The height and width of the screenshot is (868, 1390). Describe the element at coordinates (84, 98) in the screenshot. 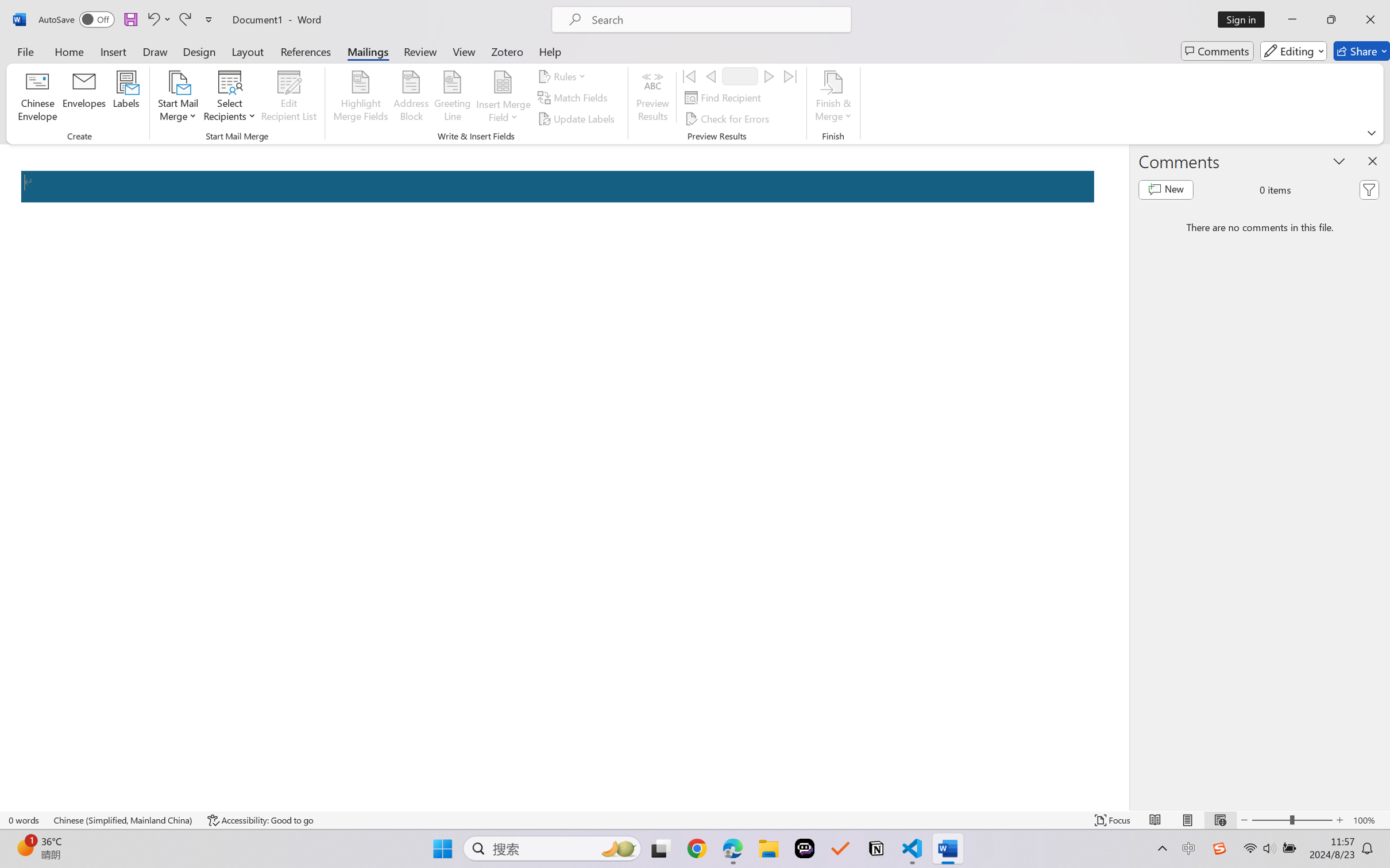

I see `'Envelopes...'` at that location.